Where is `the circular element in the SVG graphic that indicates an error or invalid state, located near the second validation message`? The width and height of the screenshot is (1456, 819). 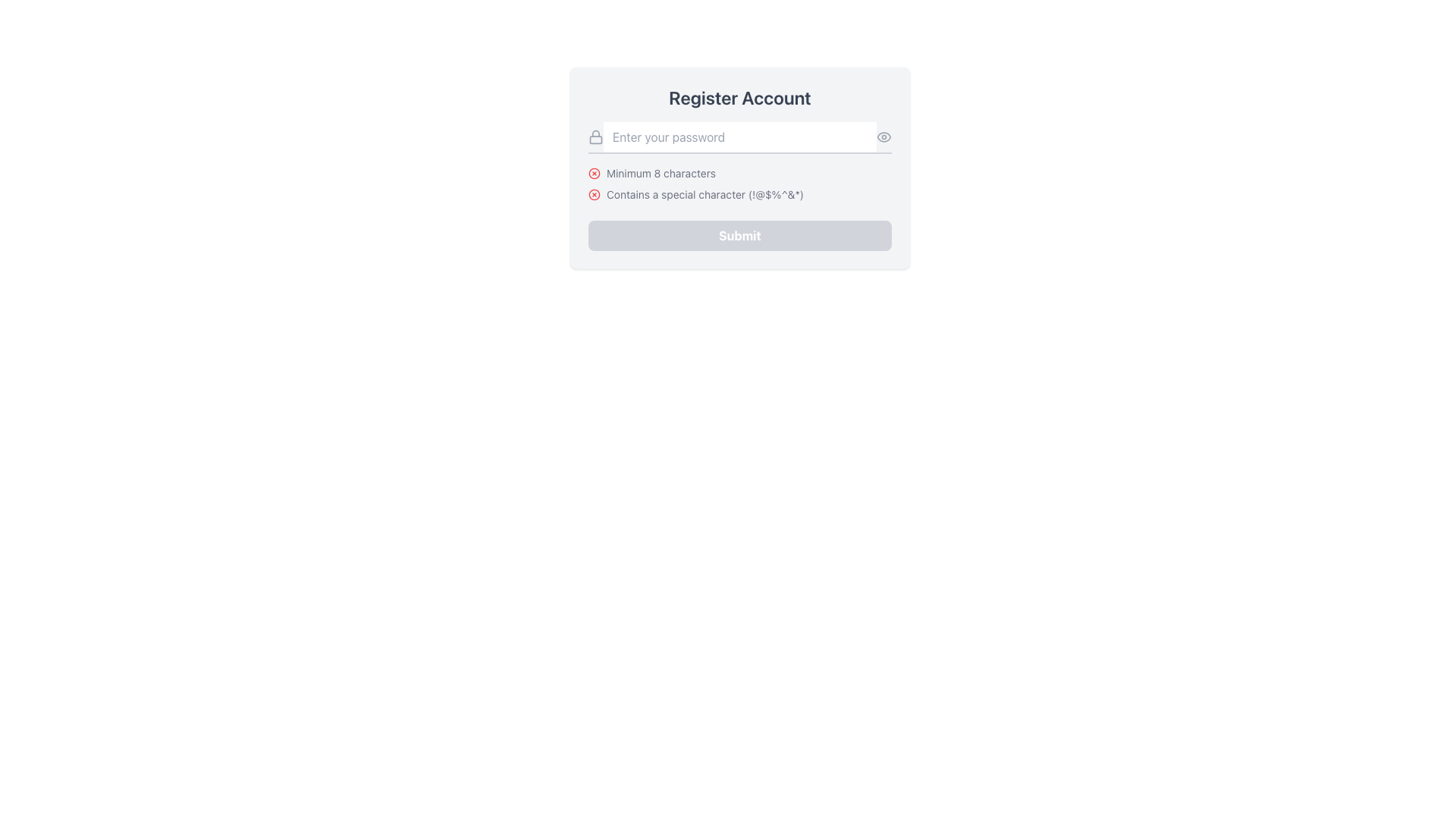
the circular element in the SVG graphic that indicates an error or invalid state, located near the second validation message is located at coordinates (593, 193).